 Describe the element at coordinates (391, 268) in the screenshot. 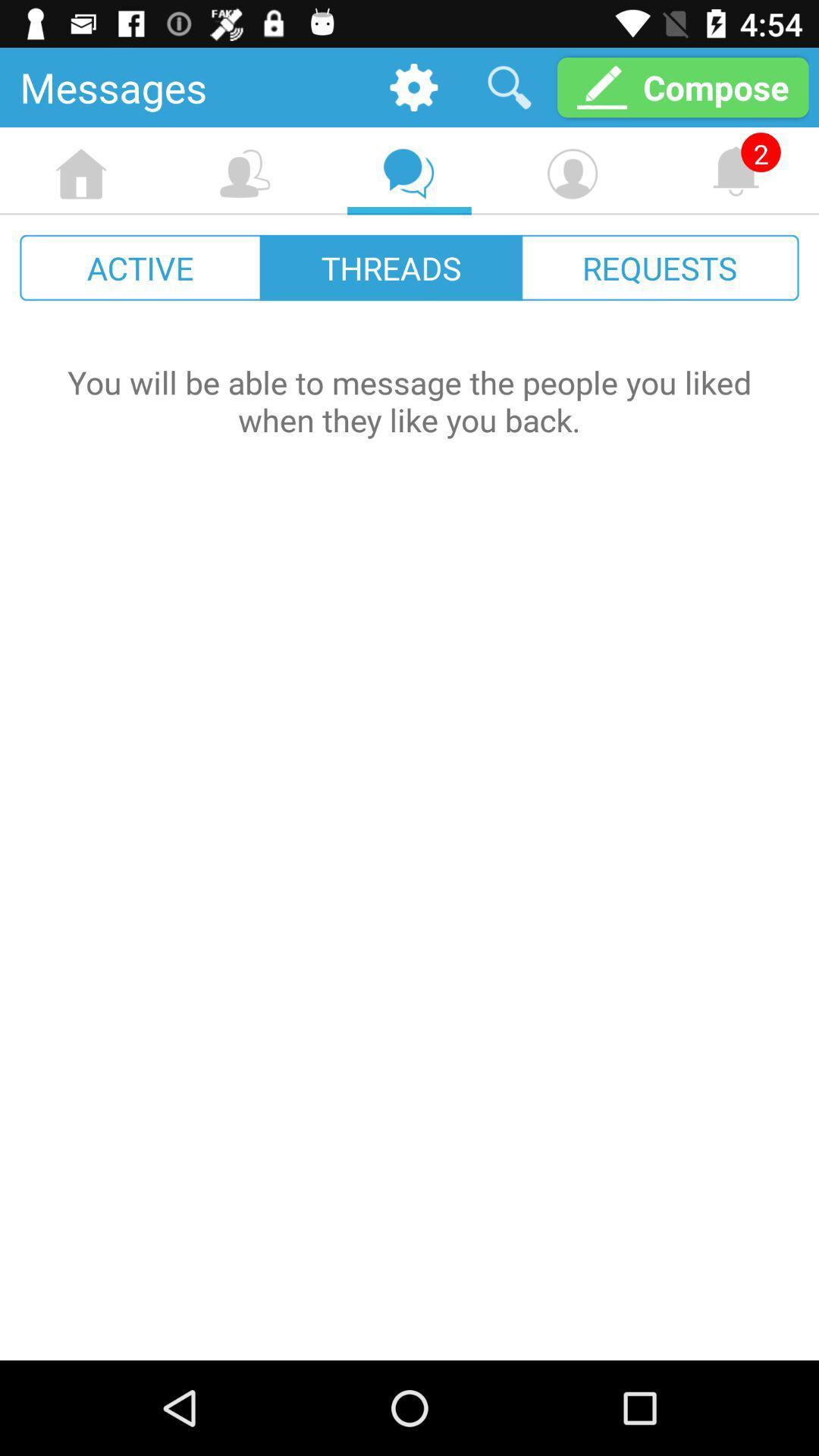

I see `item above the you will be icon` at that location.